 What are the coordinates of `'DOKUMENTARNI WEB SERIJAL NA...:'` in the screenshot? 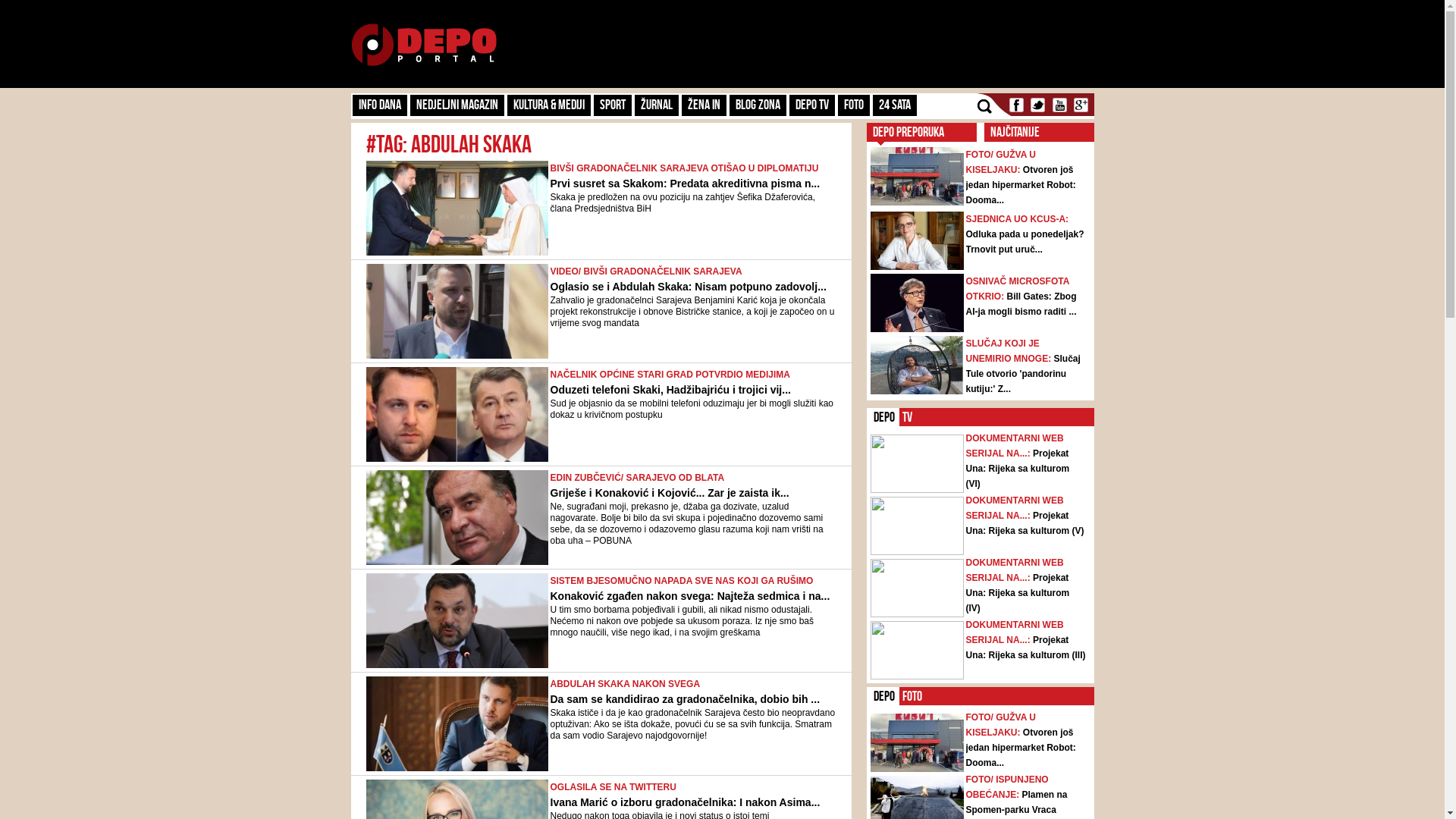 It's located at (1015, 570).